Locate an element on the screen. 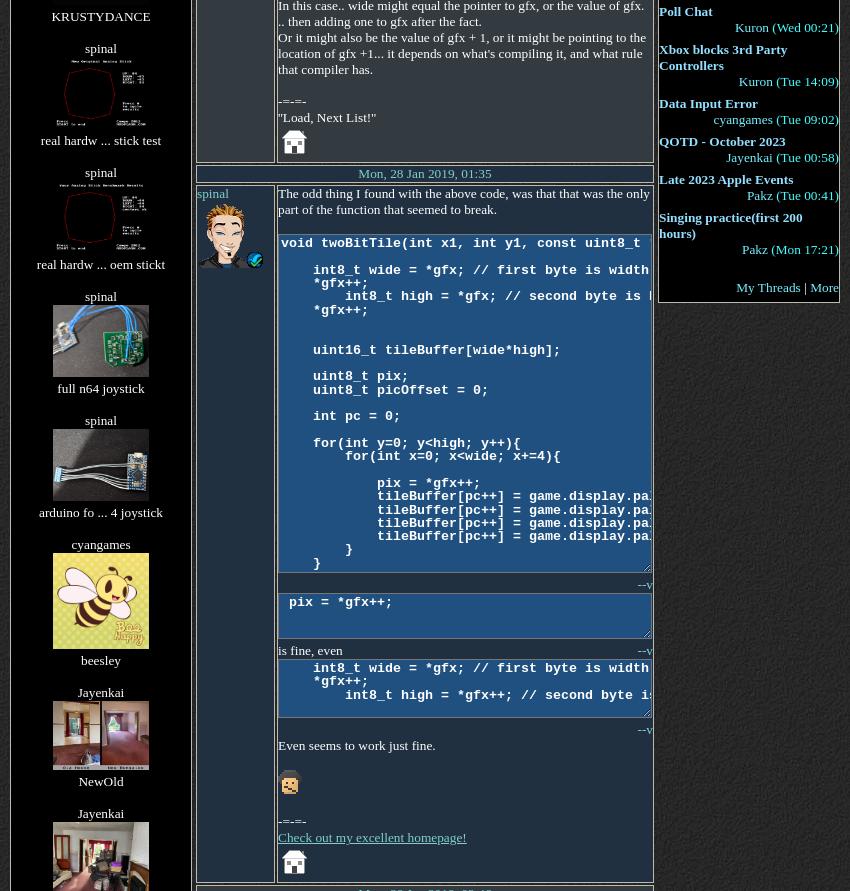 This screenshot has width=850, height=891. 'QOTD - October 2023' is located at coordinates (720, 140).